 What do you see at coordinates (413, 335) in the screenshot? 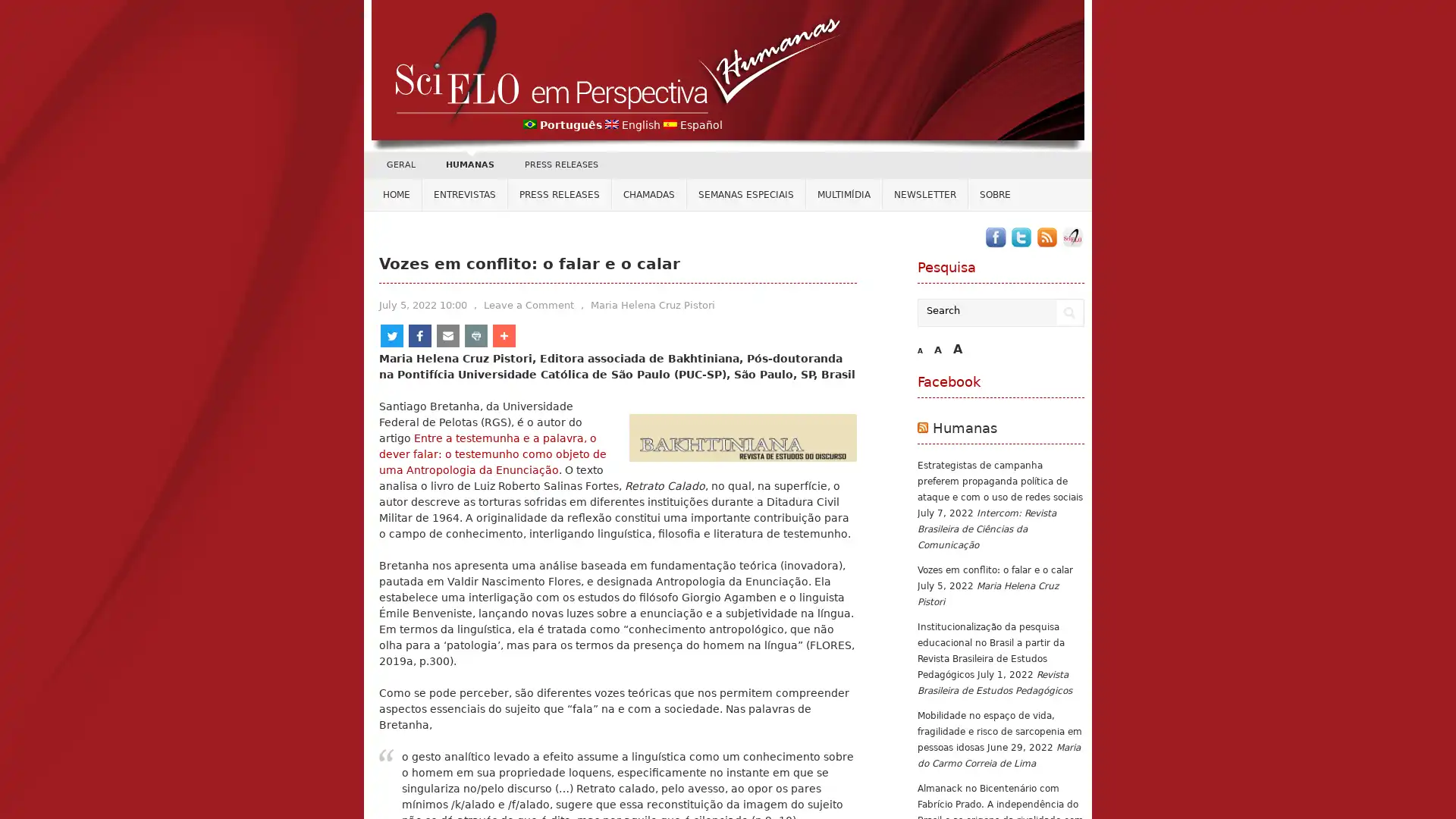
I see `Share to Twitter Twitter` at bounding box center [413, 335].